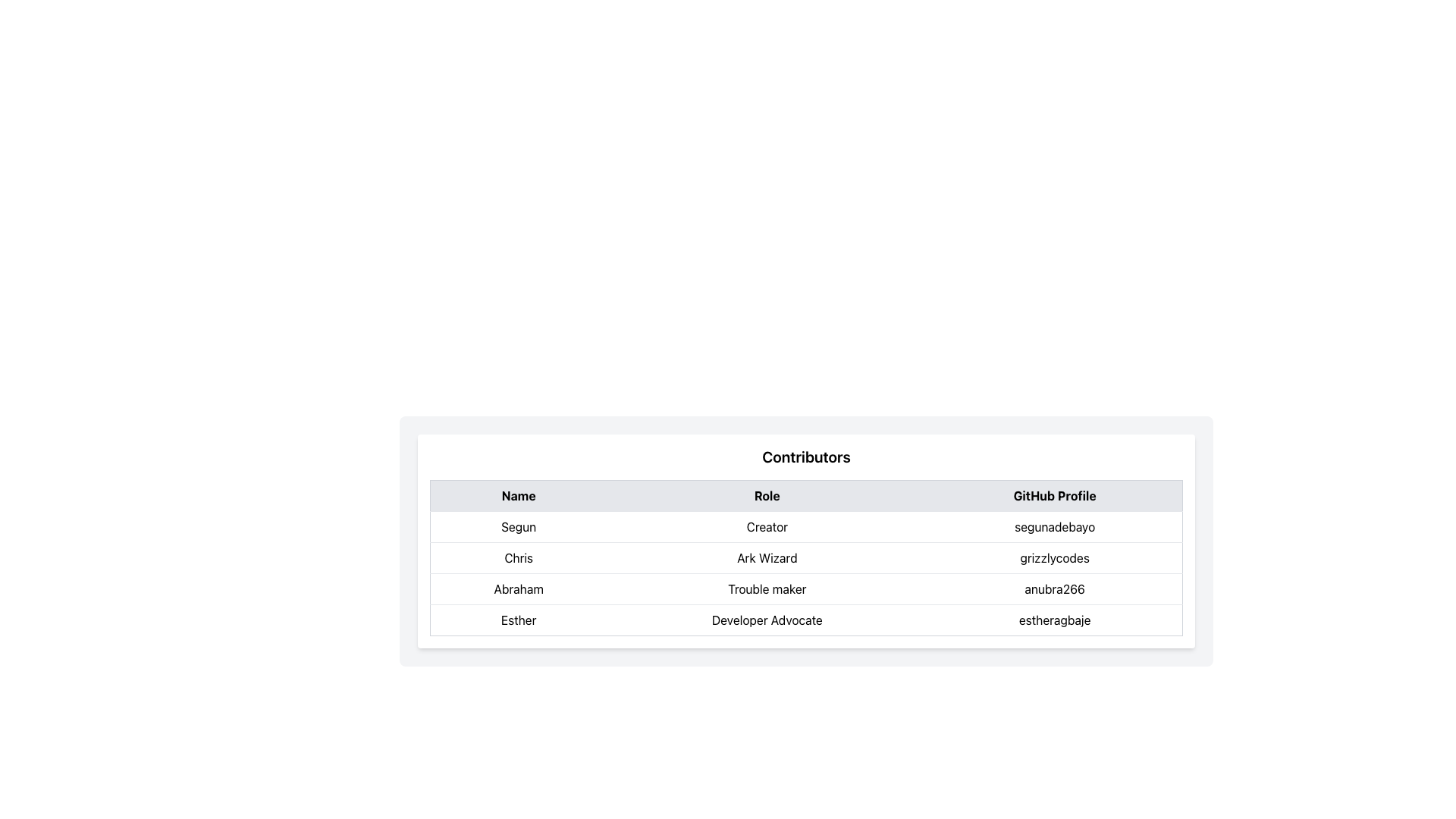  I want to click on the static text label displaying the name 'Esther', located in the fourth row of the table under the 'Name' column, so click(518, 620).